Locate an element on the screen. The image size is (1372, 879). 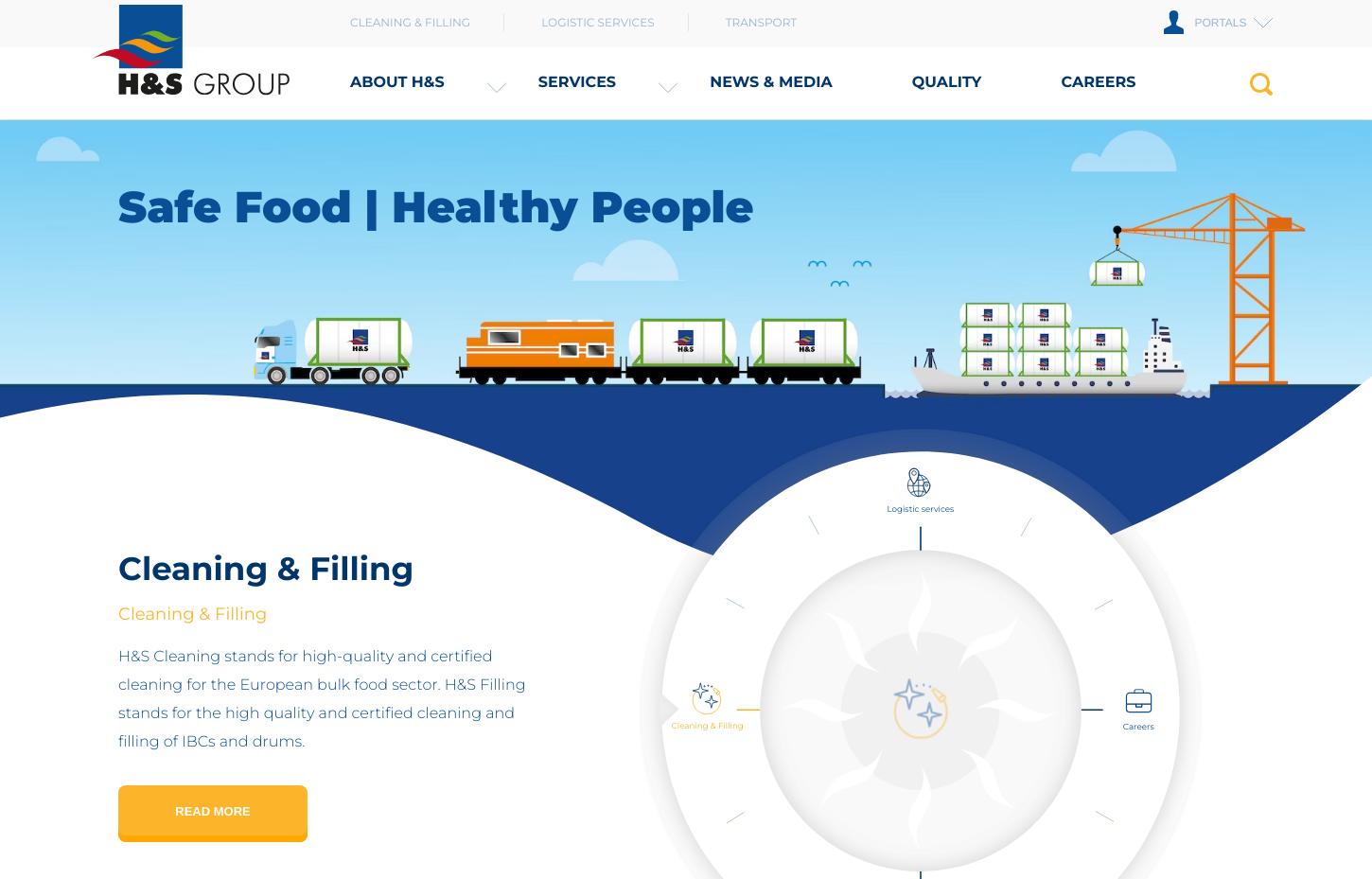
'Joint ventures' is located at coordinates (433, 186).